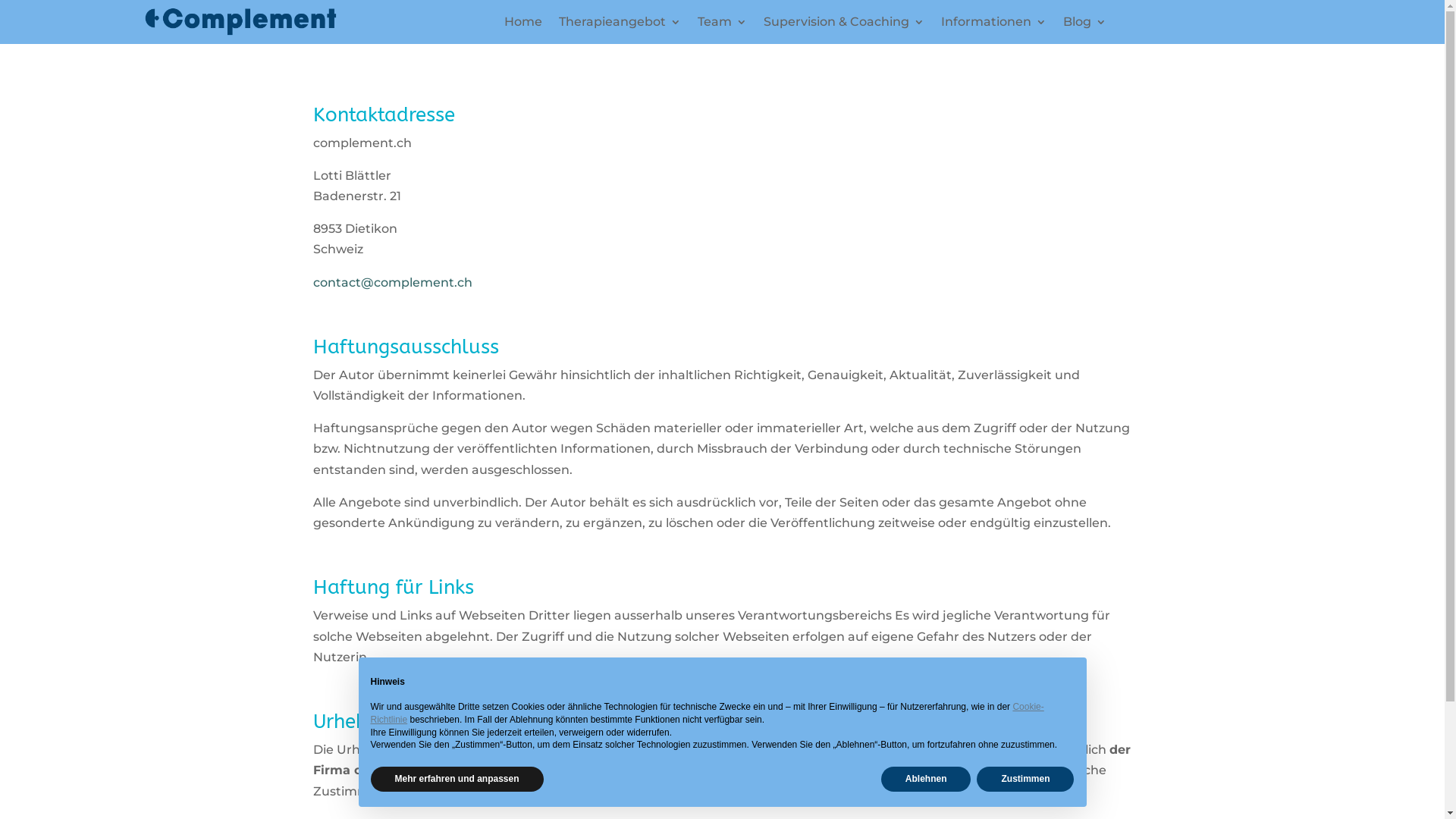 Image resolution: width=1456 pixels, height=819 pixels. Describe the element at coordinates (925, 779) in the screenshot. I see `'Ablehnen'` at that location.